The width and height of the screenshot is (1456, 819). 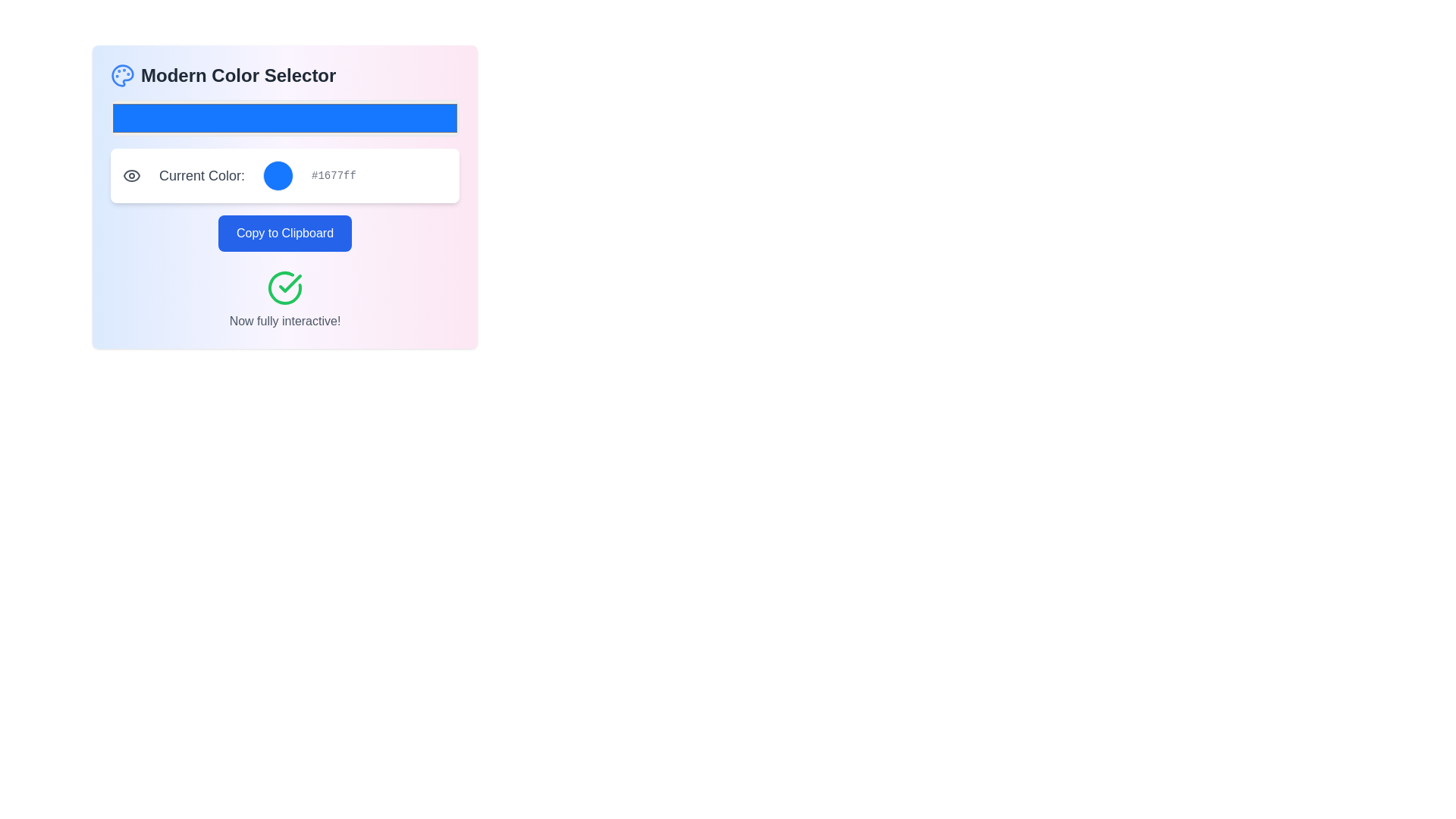 I want to click on the Interactive color selection widget displaying 'Current Color:#1677ff', so click(x=284, y=152).